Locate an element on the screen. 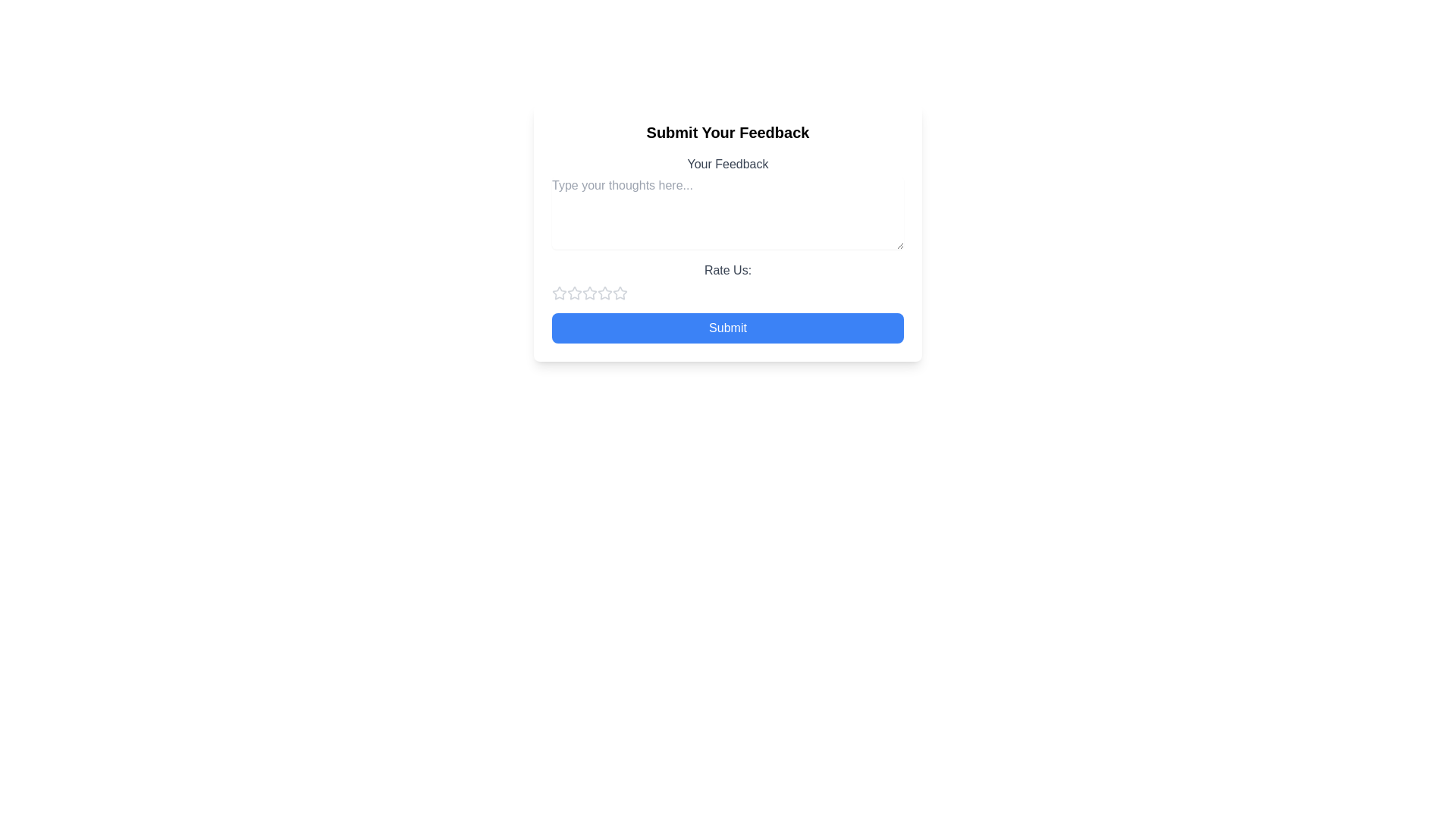  the first star-shaped rating button located beneath the 'Rate Us' textarea is located at coordinates (559, 293).